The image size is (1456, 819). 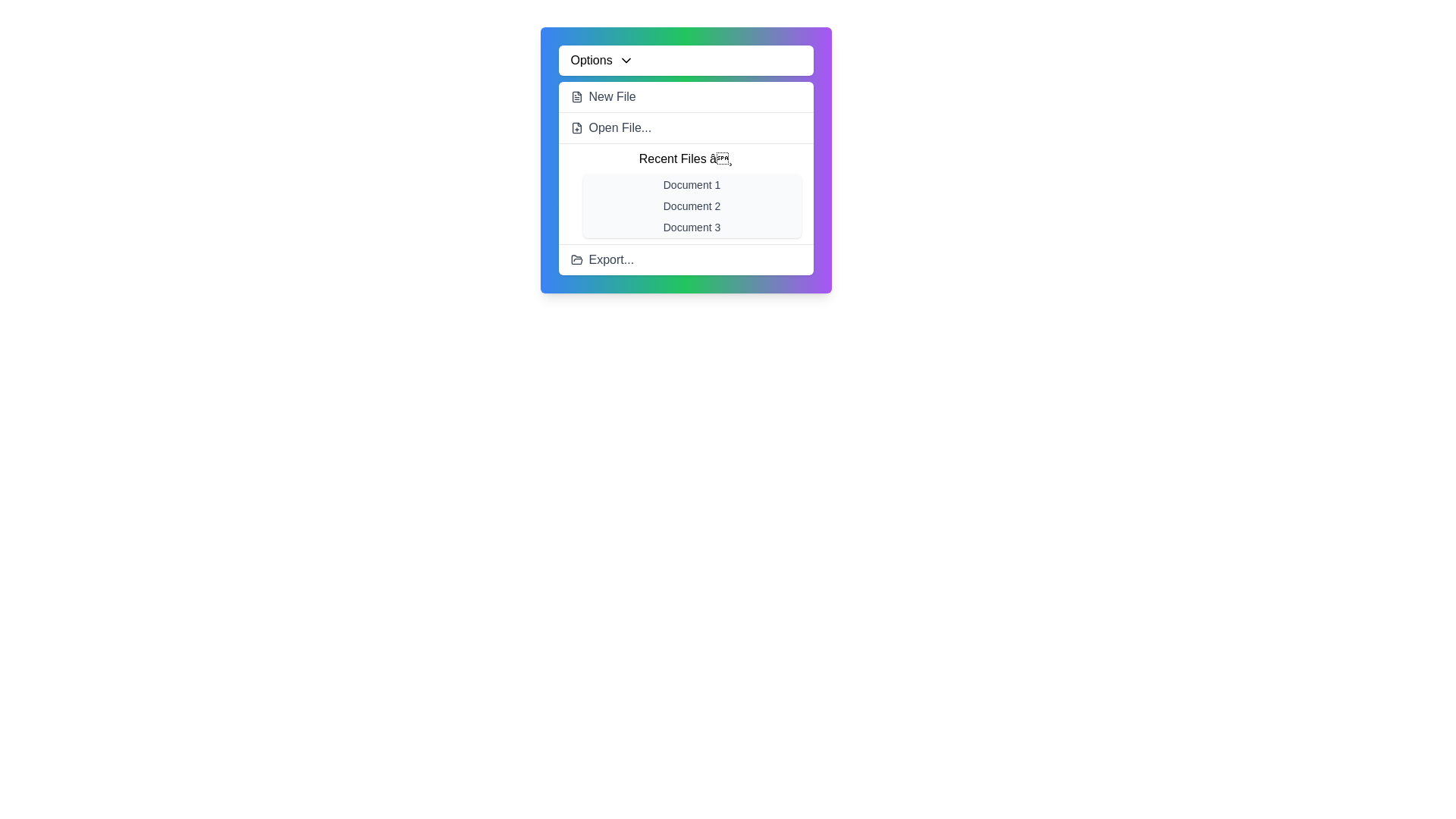 I want to click on filenames from the list of recently accessed files located centrally in the dropdown menu, positioned below the 'Open File...' option and above the 'Export...' option, so click(x=685, y=193).